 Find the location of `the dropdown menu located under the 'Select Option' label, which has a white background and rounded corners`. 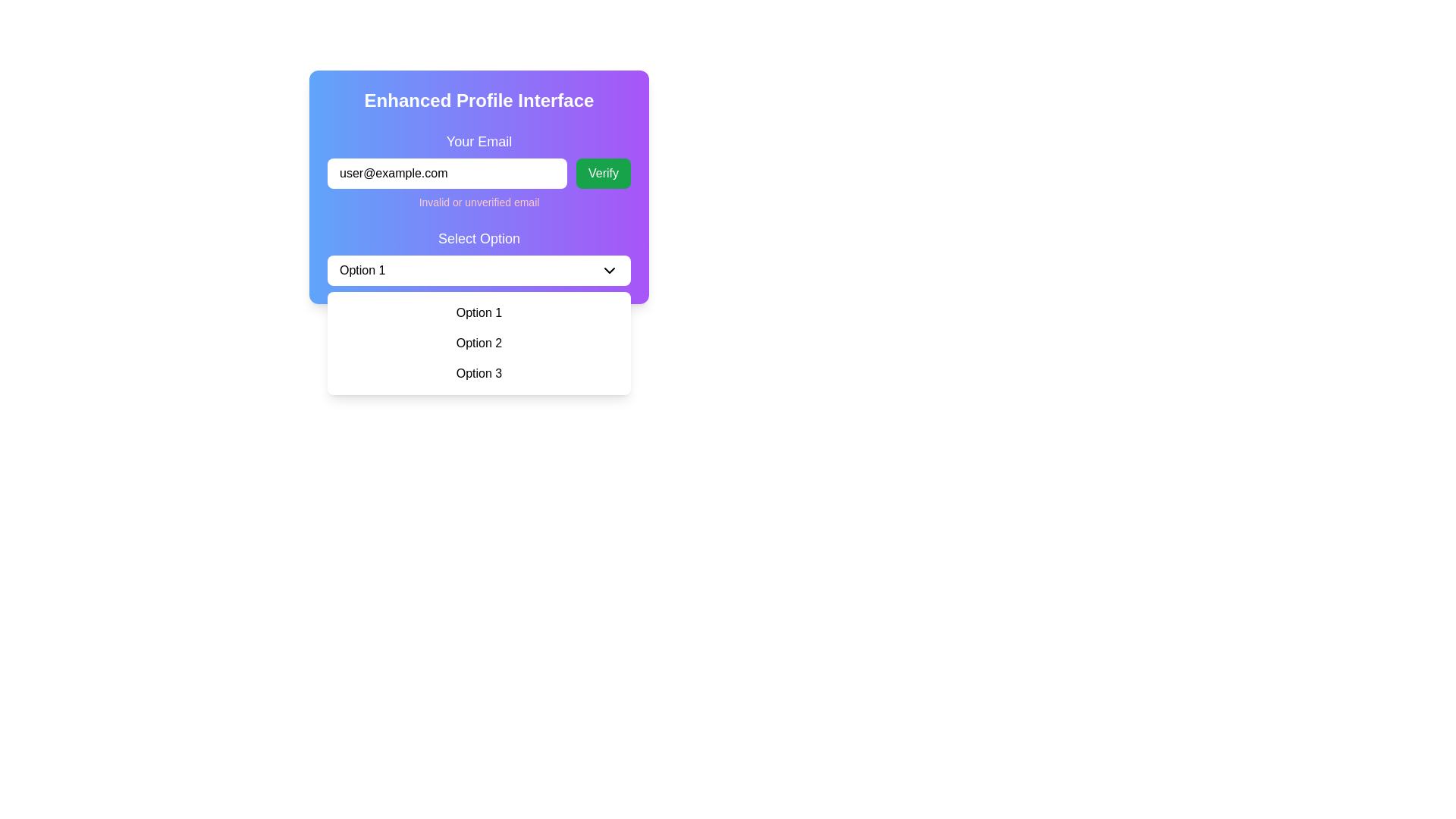

the dropdown menu located under the 'Select Option' label, which has a white background and rounded corners is located at coordinates (479, 343).